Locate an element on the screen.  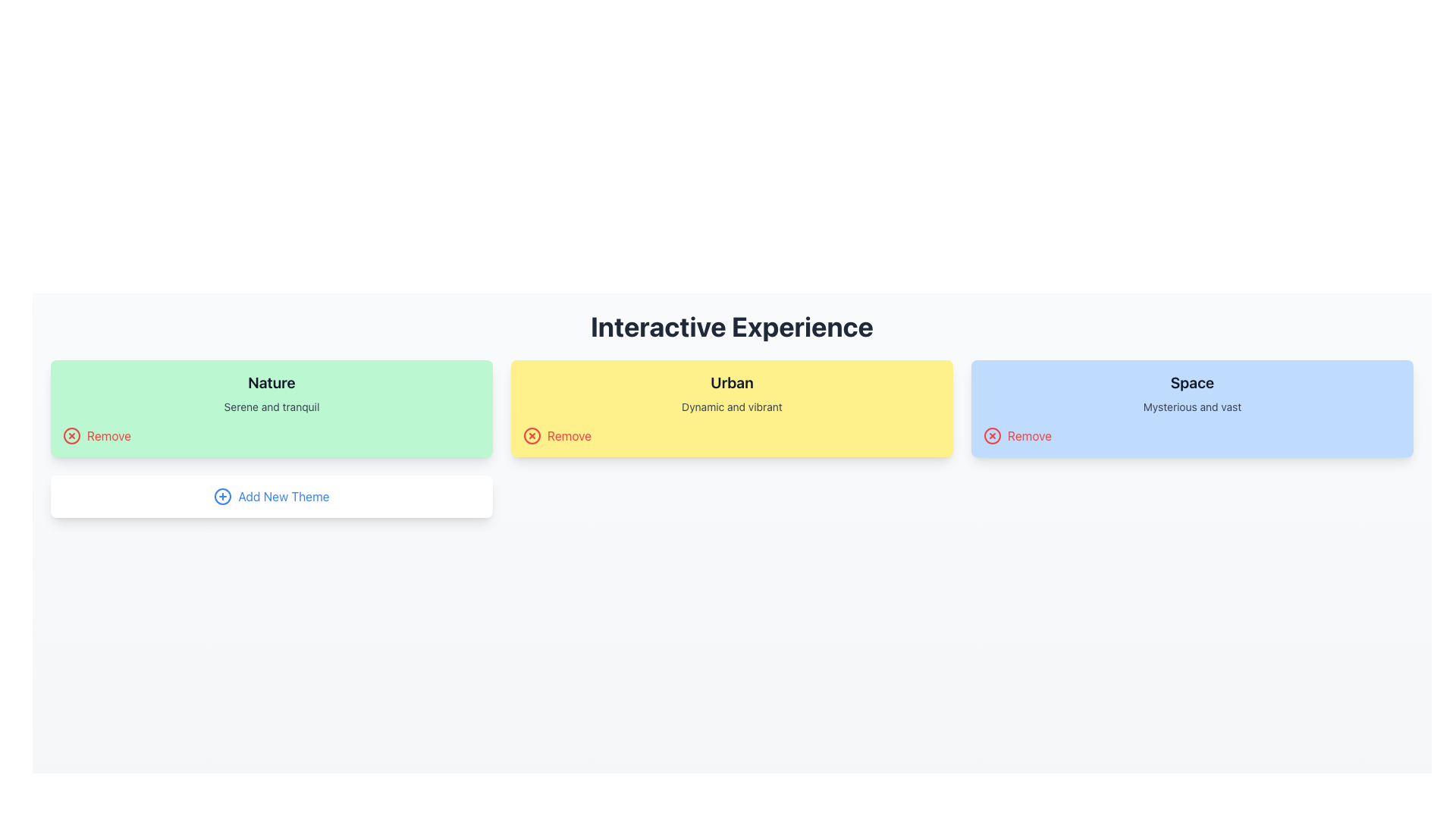
the 'Remove' icon located to the left of the 'Remove' text label in the second column of the 'Urban' section is located at coordinates (532, 435).